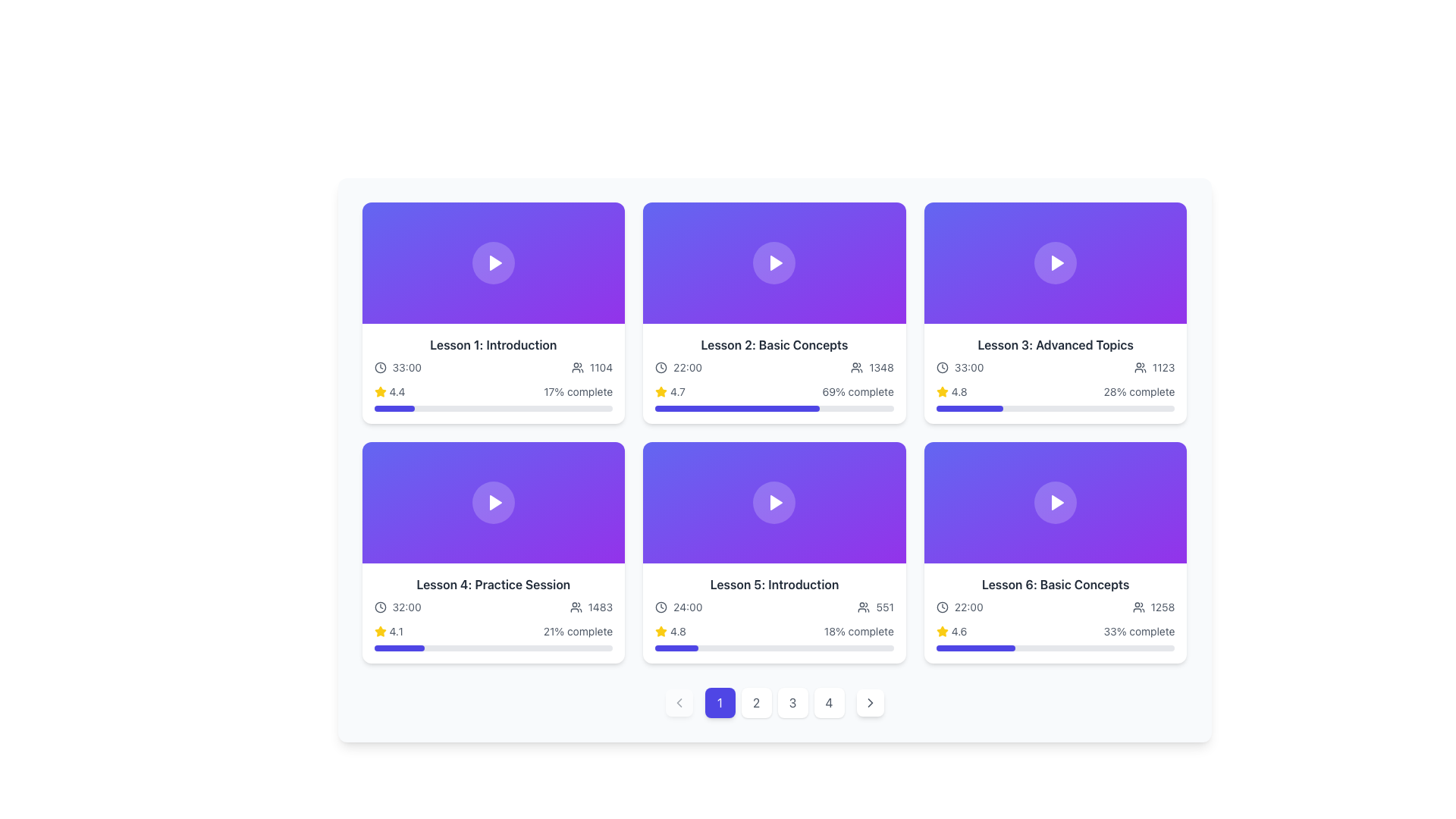 This screenshot has height=819, width=1456. Describe the element at coordinates (493, 607) in the screenshot. I see `the visual metadata display element showing lesson duration ('32:00') and participant count ('1483') located below the title 'Lesson 4: Practice Session'` at that location.